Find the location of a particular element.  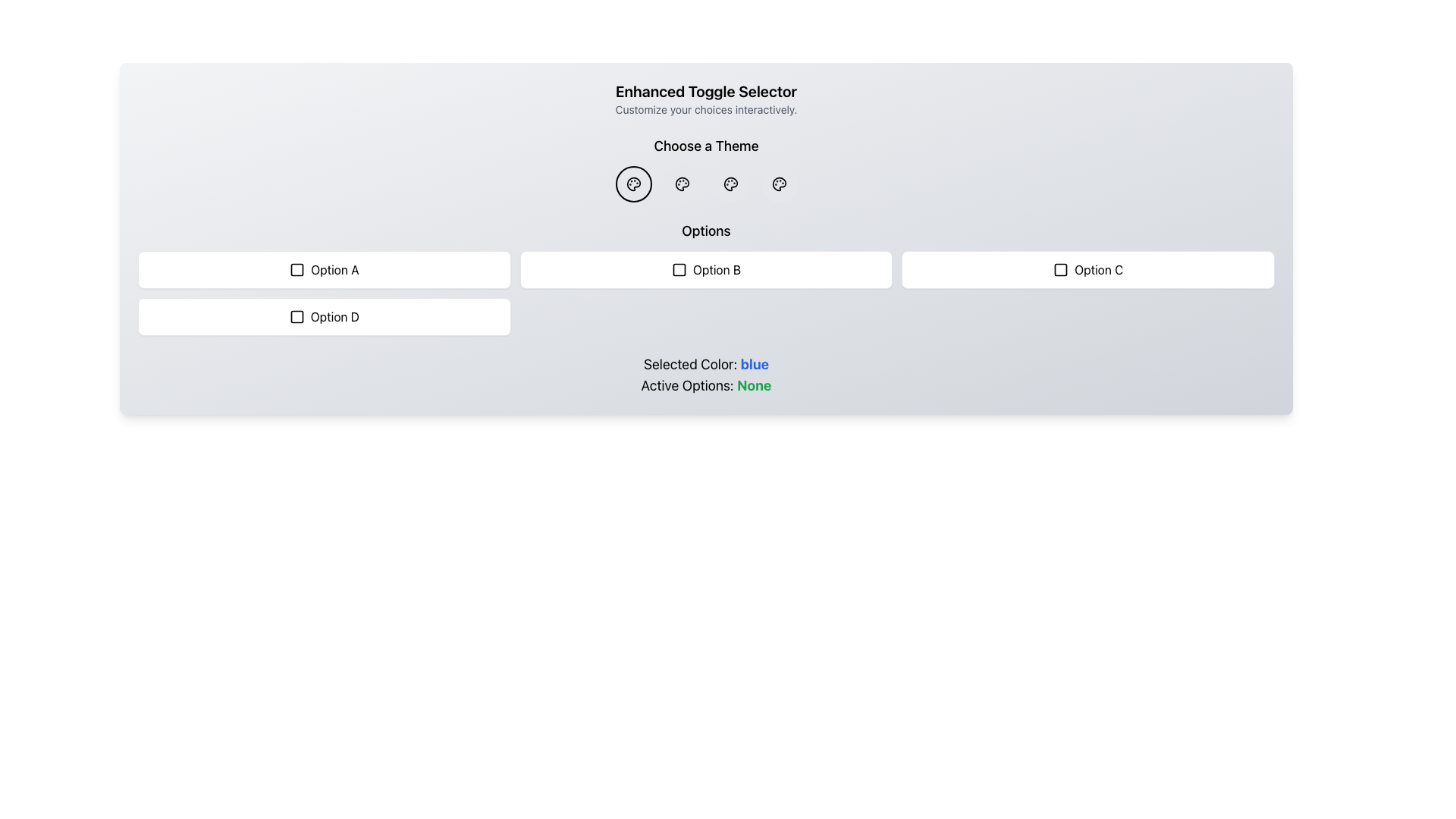

the first button in the row of theme selector buttons is located at coordinates (633, 184).